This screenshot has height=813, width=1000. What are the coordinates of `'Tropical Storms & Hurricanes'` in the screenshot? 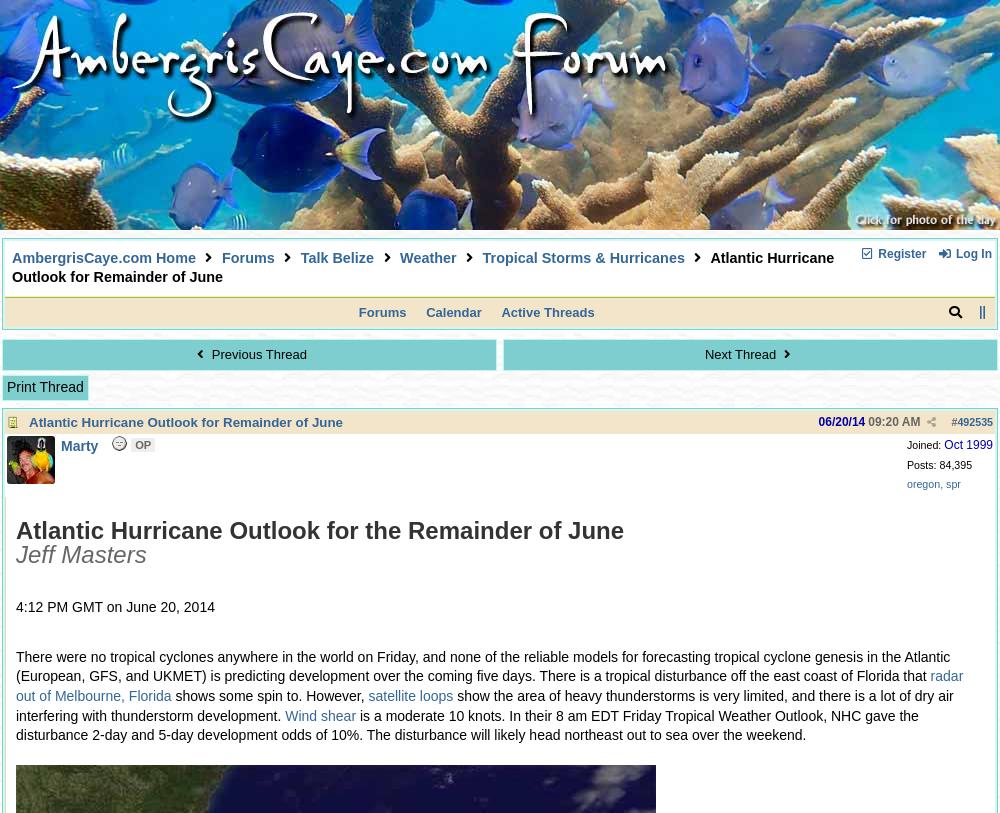 It's located at (481, 255).